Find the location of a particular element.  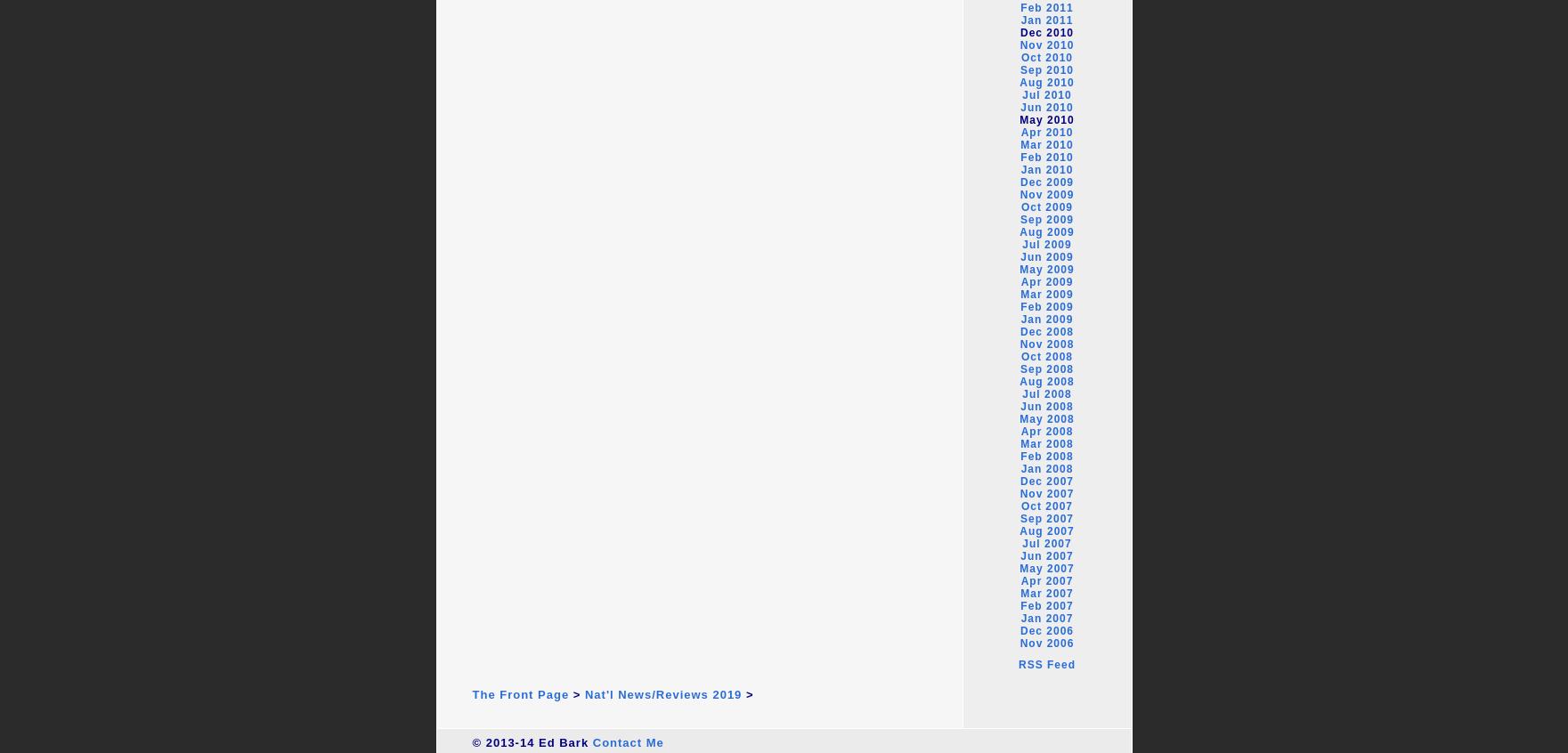

'Jul 2007' is located at coordinates (1046, 542).